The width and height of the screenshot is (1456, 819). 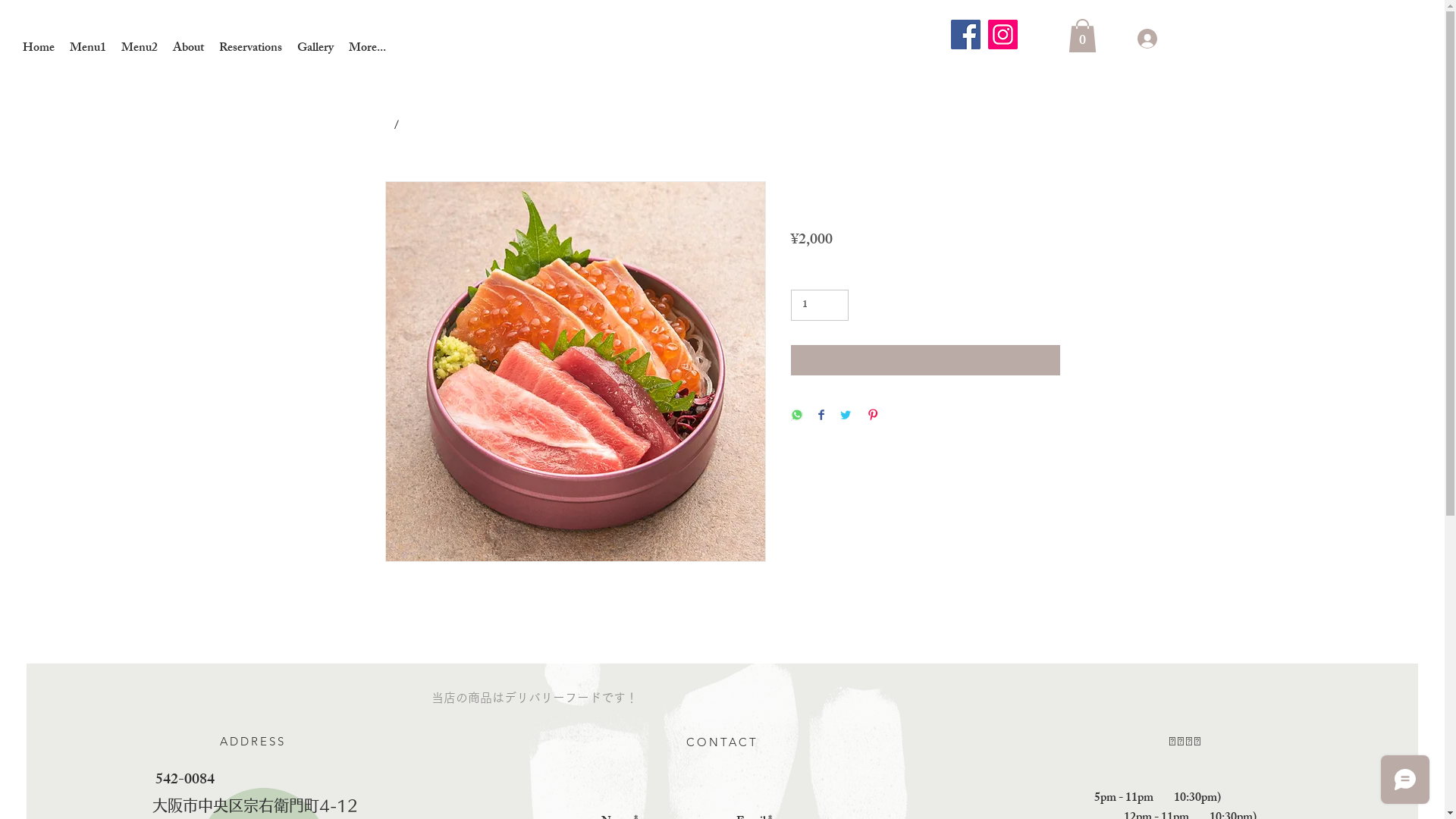 What do you see at coordinates (1081, 34) in the screenshot?
I see `'0'` at bounding box center [1081, 34].